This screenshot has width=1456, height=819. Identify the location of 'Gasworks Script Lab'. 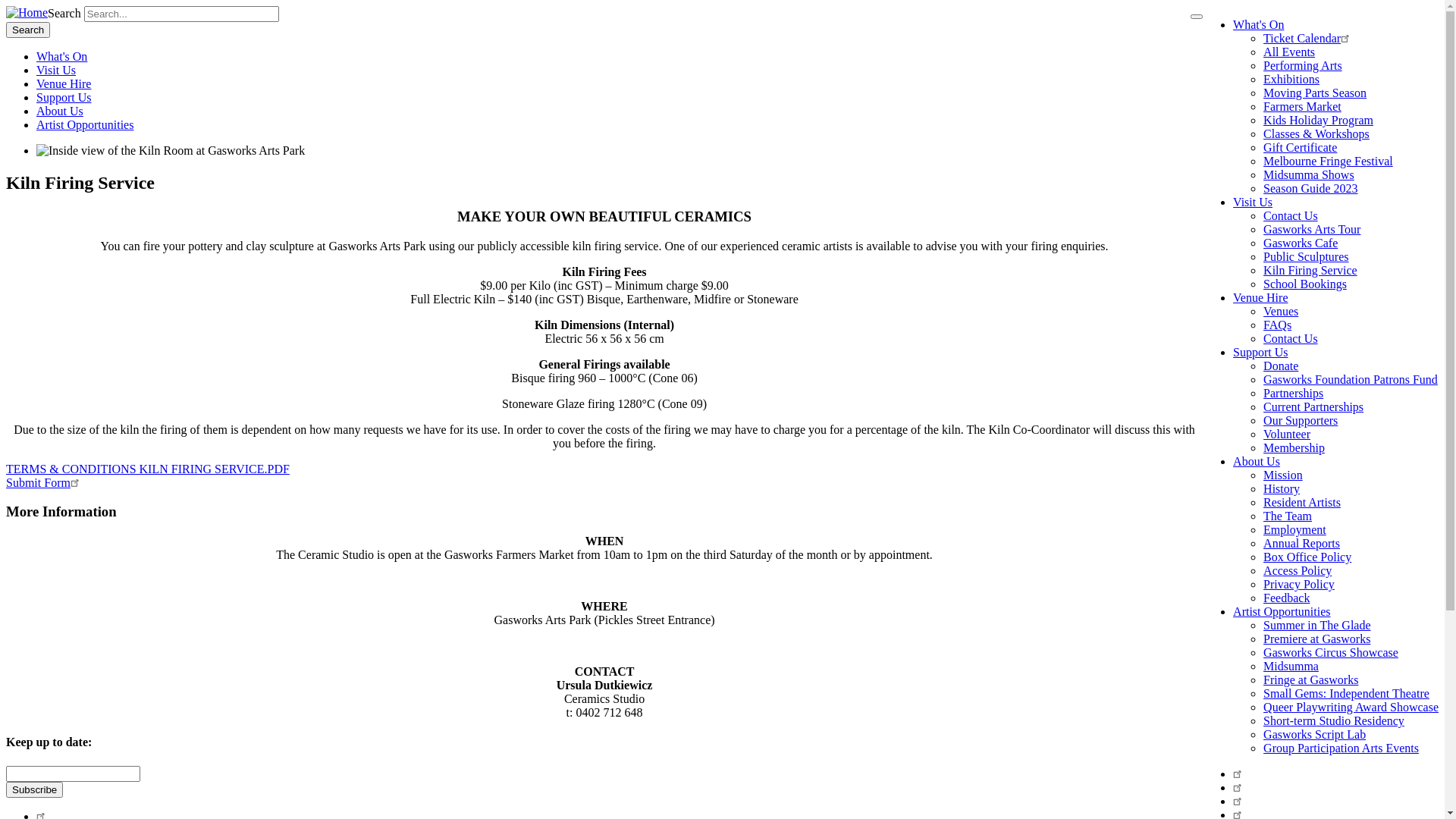
(1263, 733).